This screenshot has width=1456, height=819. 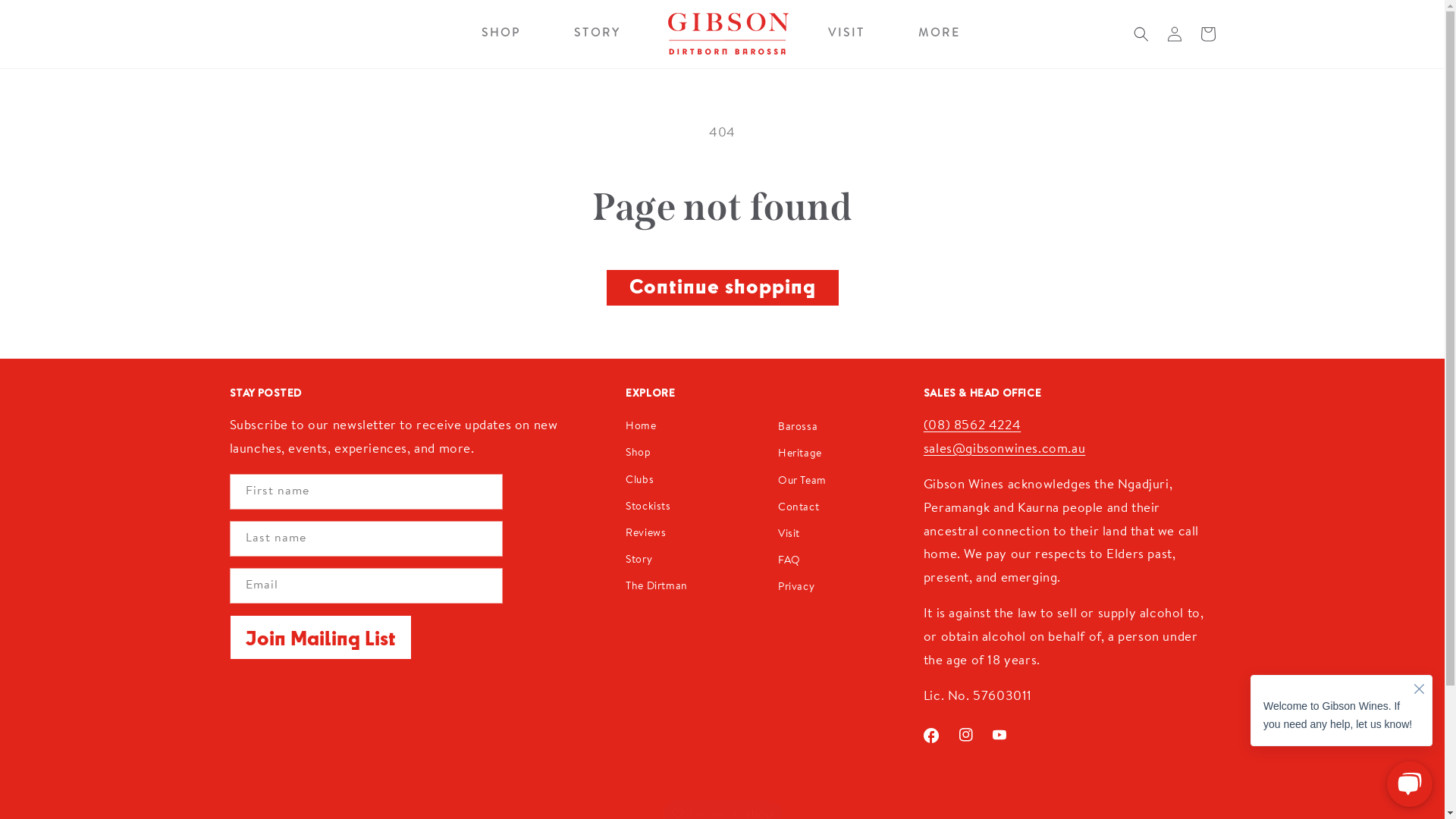 I want to click on 'The Dirtman', so click(x=656, y=586).